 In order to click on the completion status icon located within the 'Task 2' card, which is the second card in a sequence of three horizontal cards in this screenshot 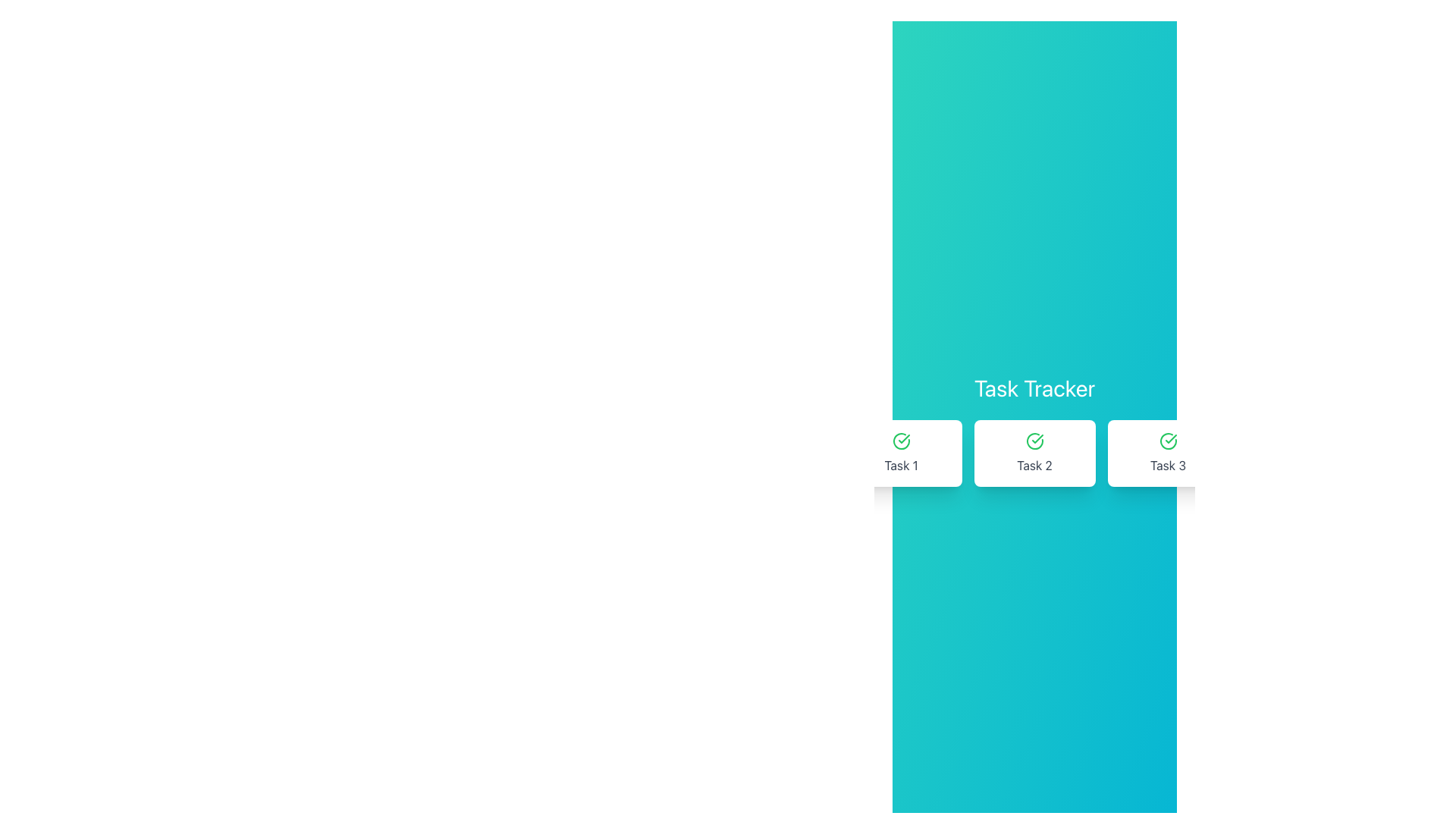, I will do `click(1034, 441)`.